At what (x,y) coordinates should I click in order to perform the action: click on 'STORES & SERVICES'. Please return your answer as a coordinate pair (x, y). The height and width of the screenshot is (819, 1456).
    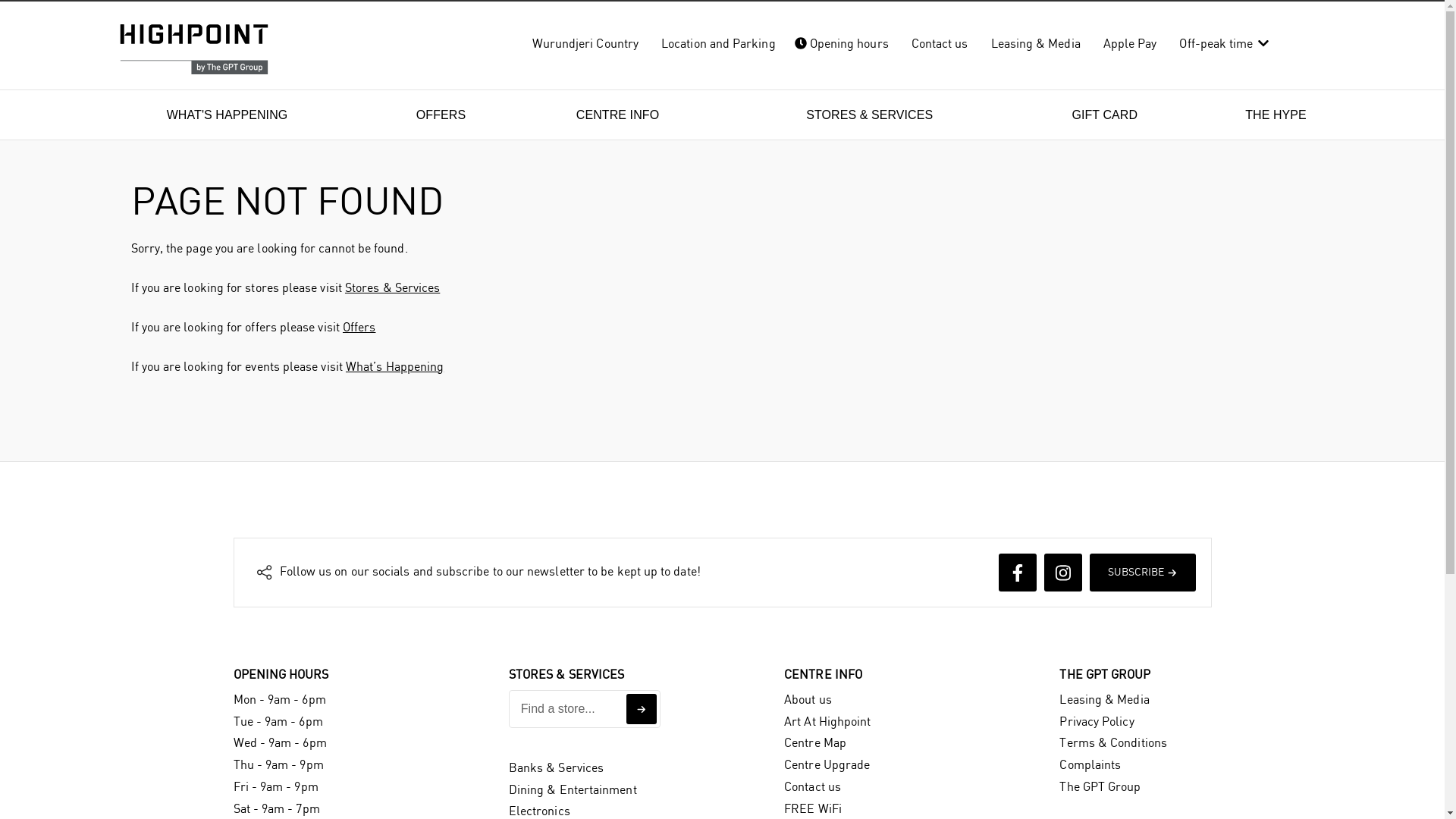
    Looking at the image, I should click on (869, 113).